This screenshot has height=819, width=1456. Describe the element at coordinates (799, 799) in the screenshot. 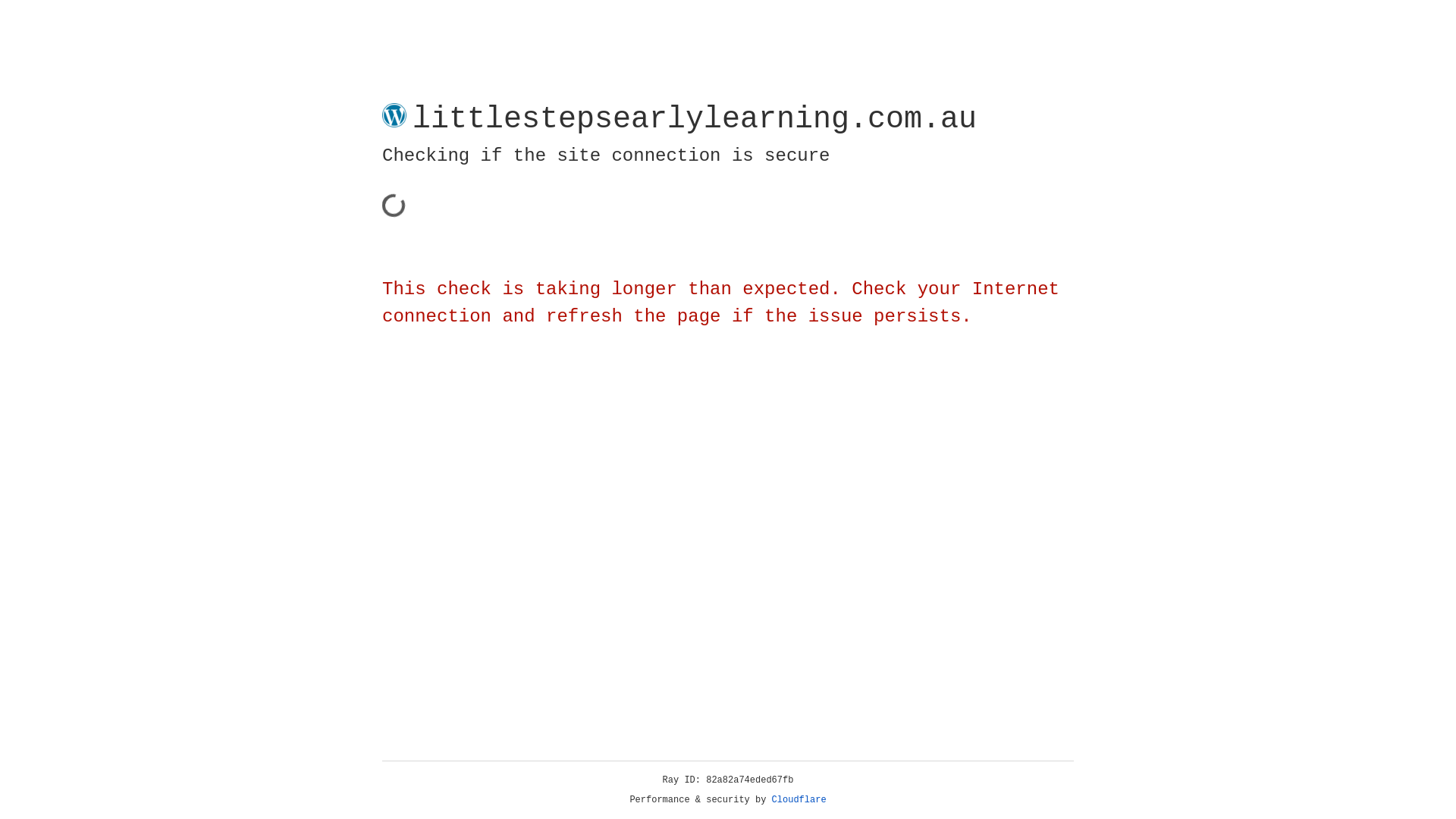

I see `'Cloudflare'` at that location.